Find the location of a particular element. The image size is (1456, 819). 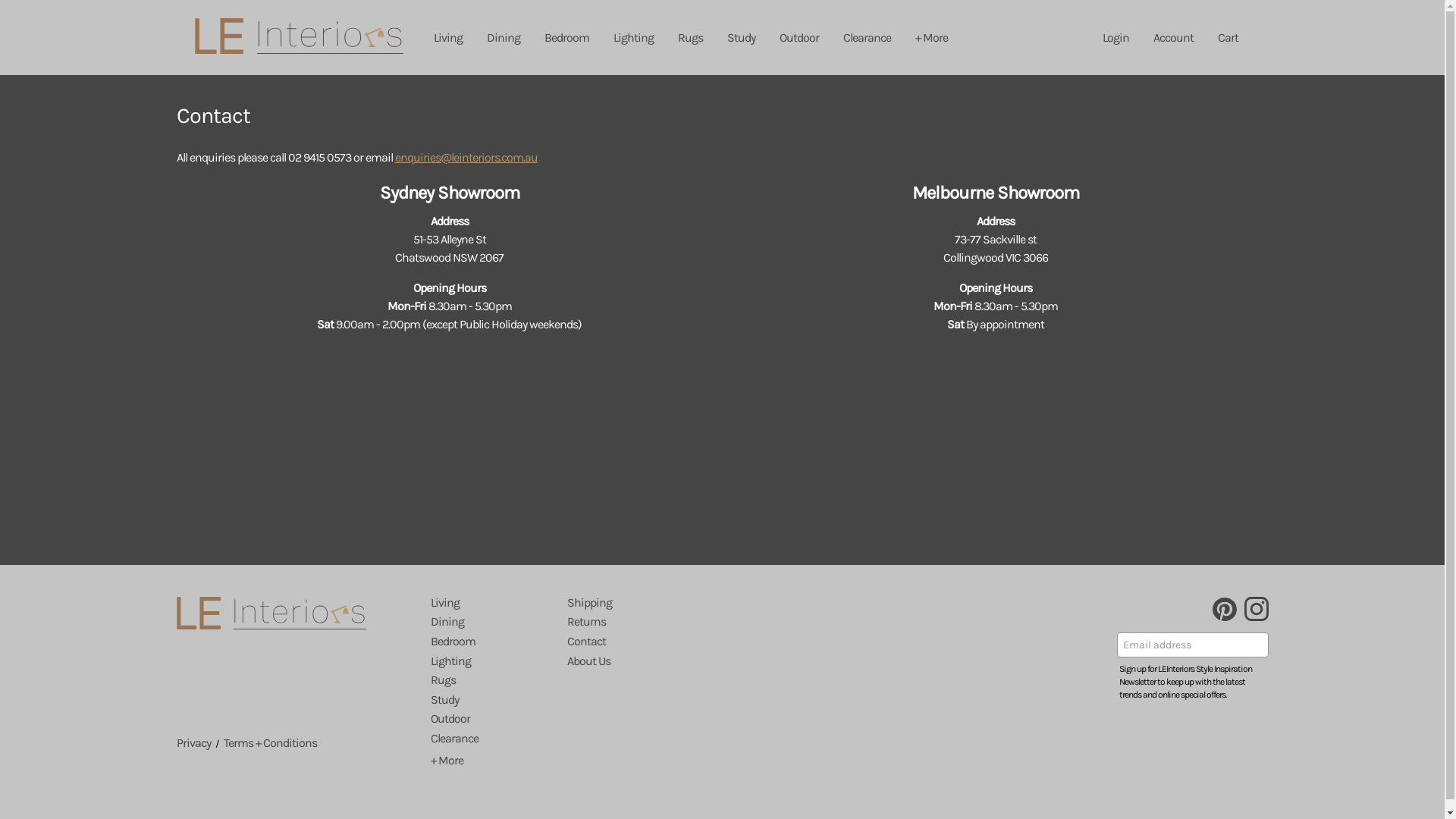

'Terms + Conditions' is located at coordinates (269, 742).